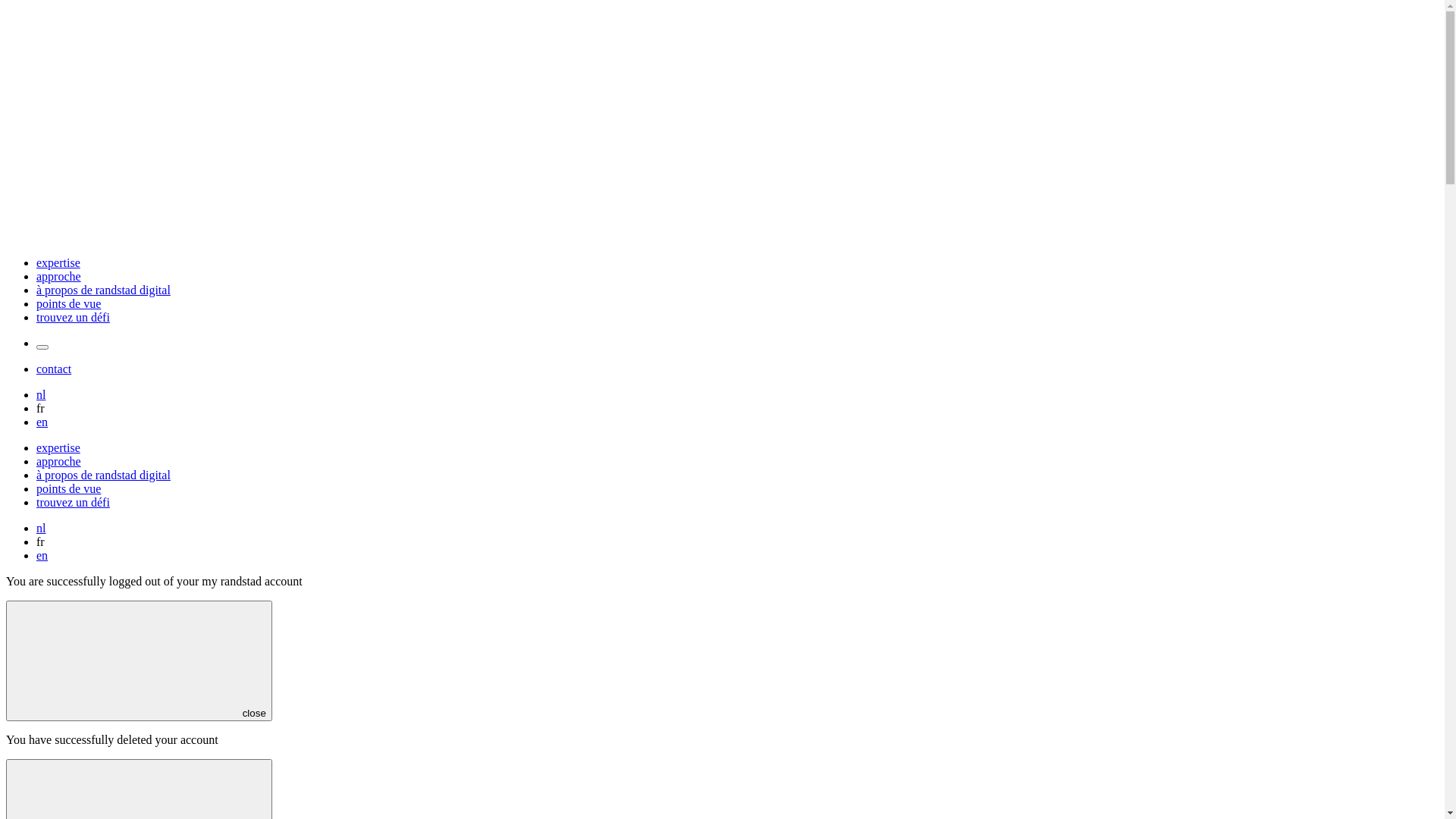 The width and height of the screenshot is (1456, 819). Describe the element at coordinates (58, 262) in the screenshot. I see `'expertise'` at that location.